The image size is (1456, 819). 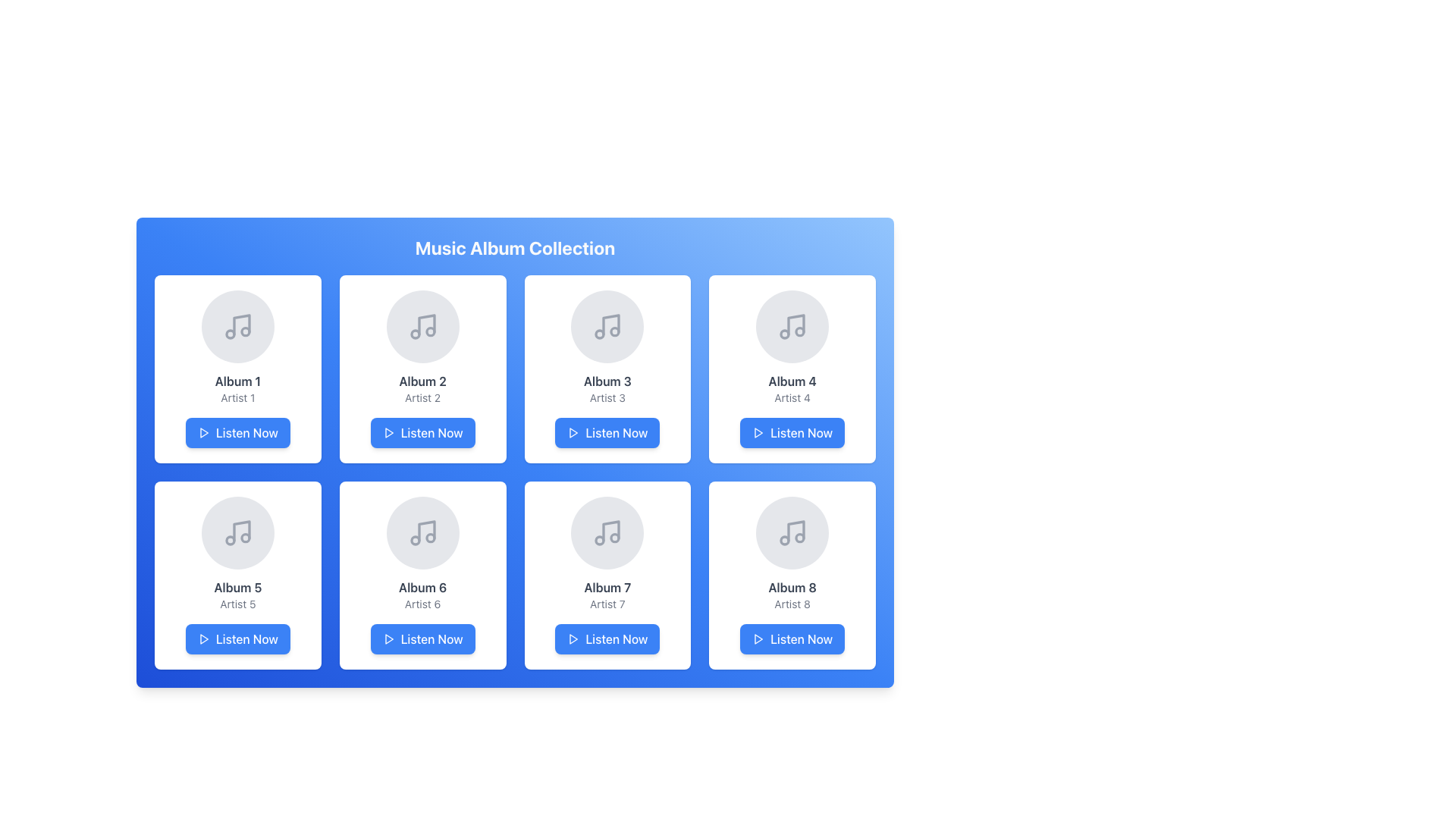 What do you see at coordinates (245, 331) in the screenshot?
I see `the circular decorative graphical element located in the first album thumbnail within the music note icon` at bounding box center [245, 331].